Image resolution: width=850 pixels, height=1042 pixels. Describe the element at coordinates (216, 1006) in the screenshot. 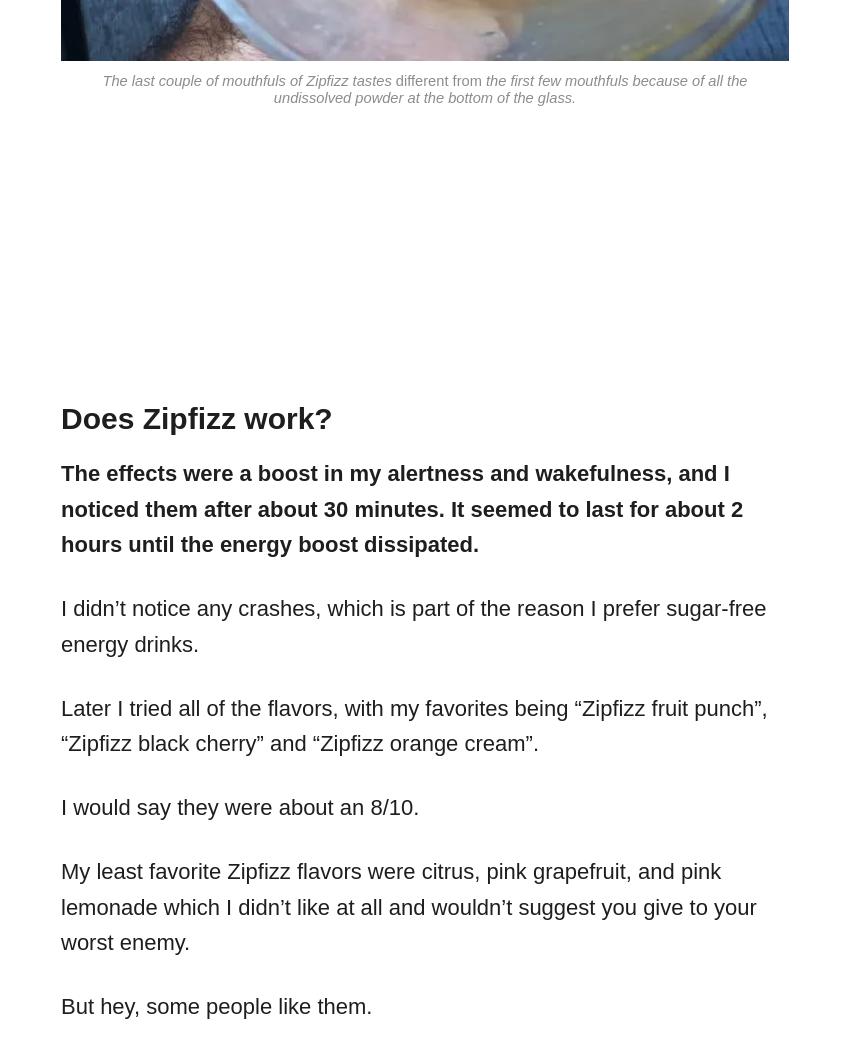

I see `'But hey, some people like them.'` at that location.